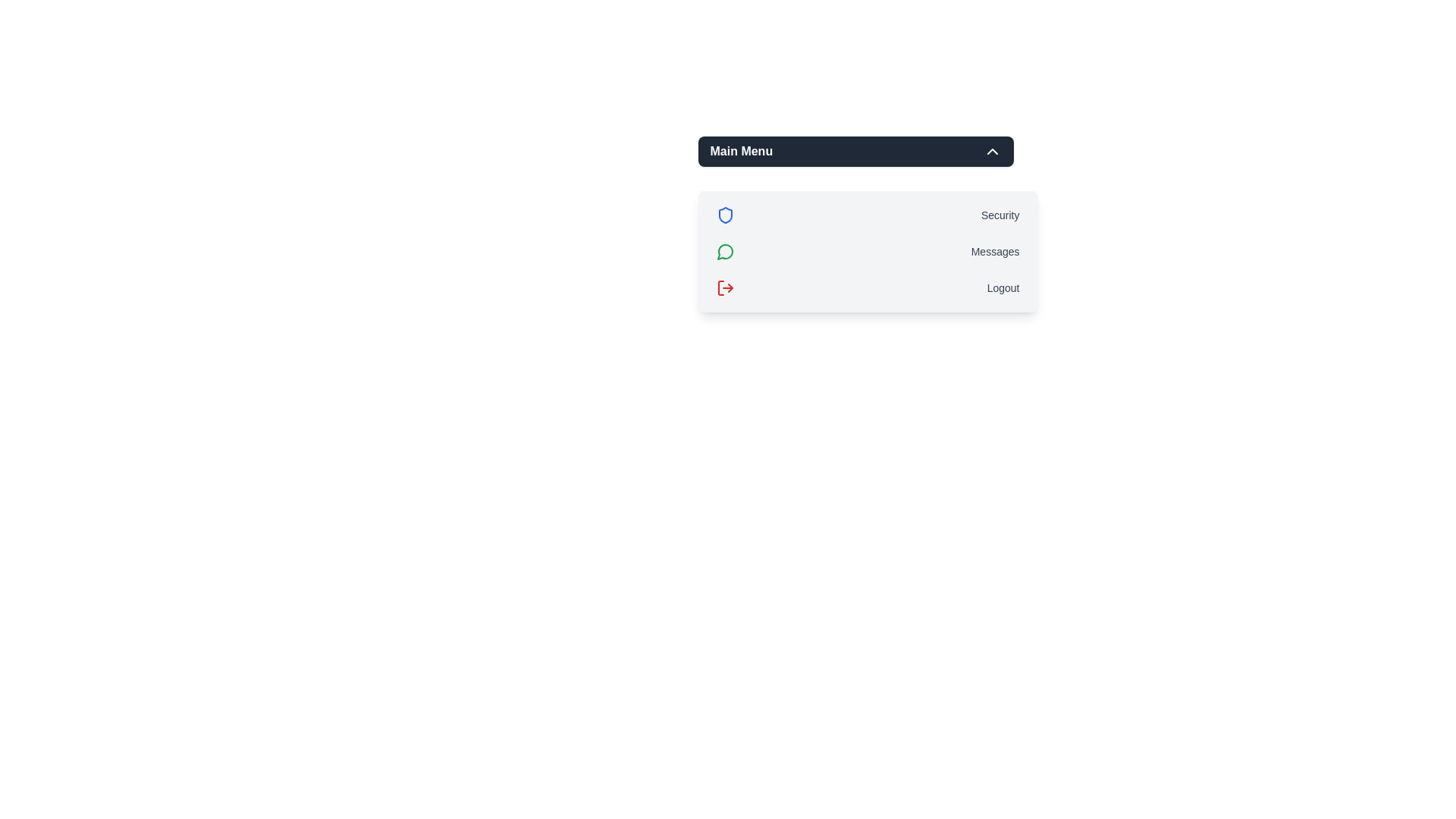  Describe the element at coordinates (741, 152) in the screenshot. I see `the text label indicating the main menu of the application, located` at that location.